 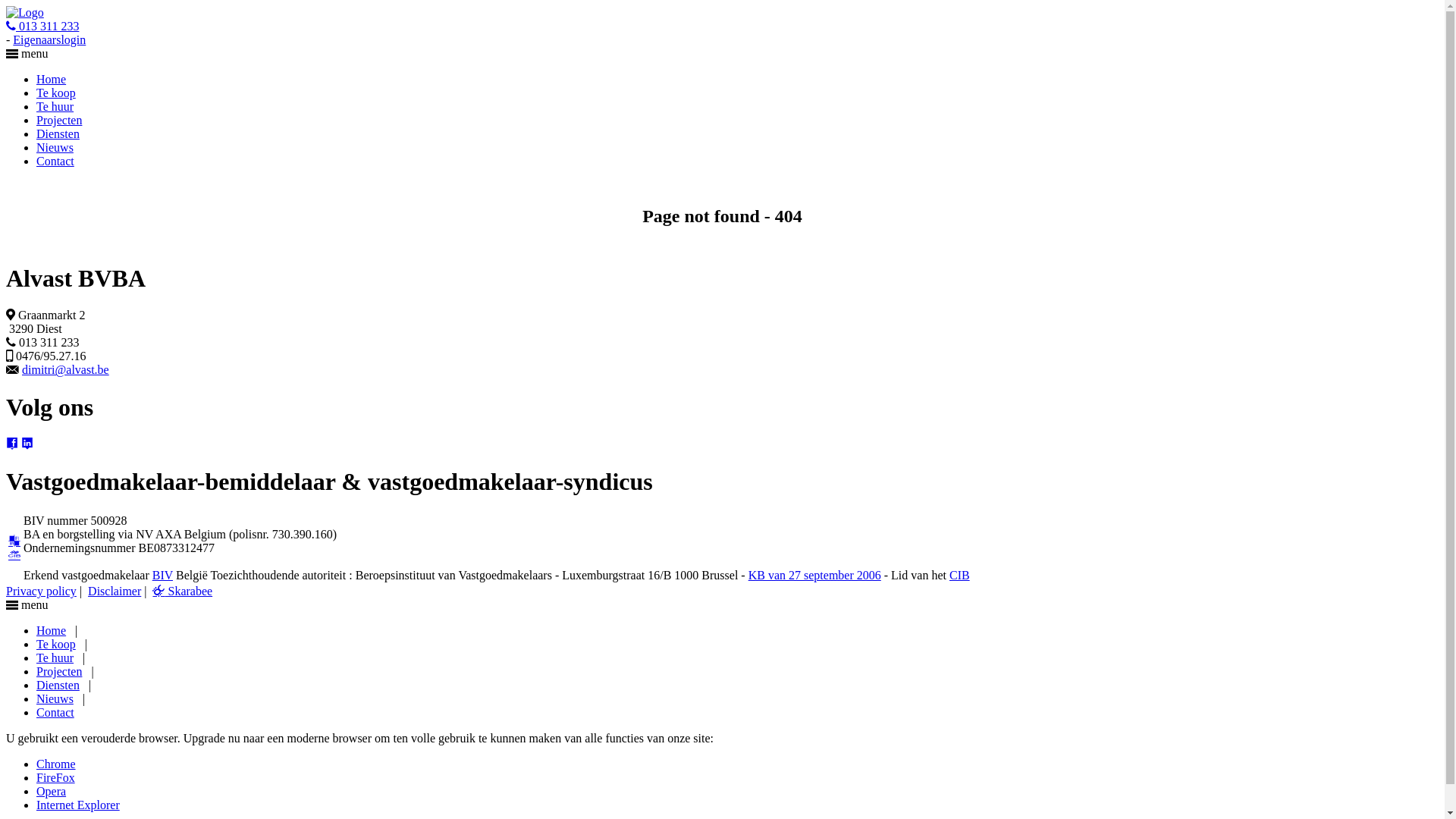 What do you see at coordinates (58, 685) in the screenshot?
I see `'Diensten'` at bounding box center [58, 685].